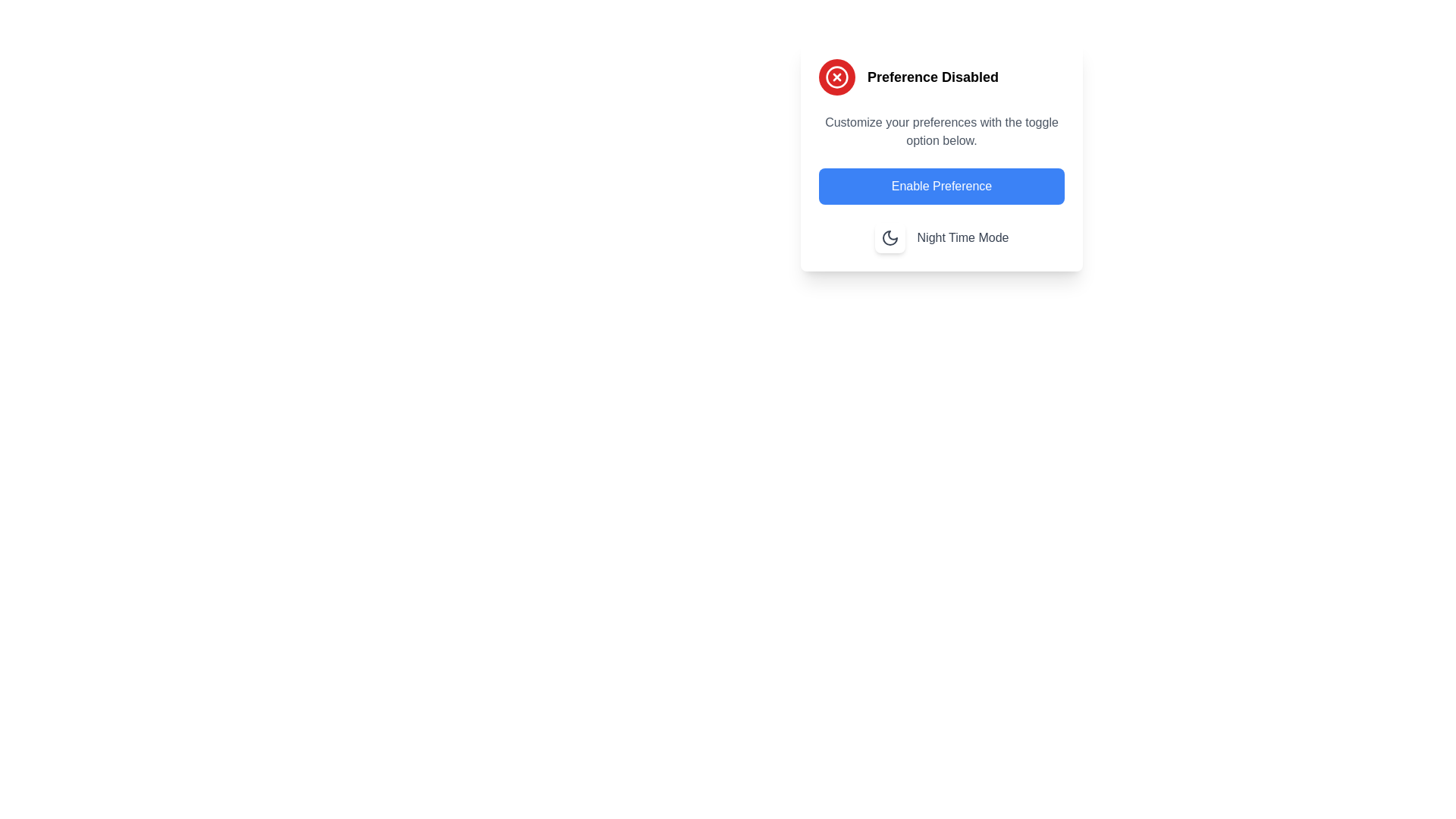 The width and height of the screenshot is (1456, 819). Describe the element at coordinates (836, 77) in the screenshot. I see `the circular border portion of the cancellation or closure icon located in the top-left portion of the modal overlay` at that location.